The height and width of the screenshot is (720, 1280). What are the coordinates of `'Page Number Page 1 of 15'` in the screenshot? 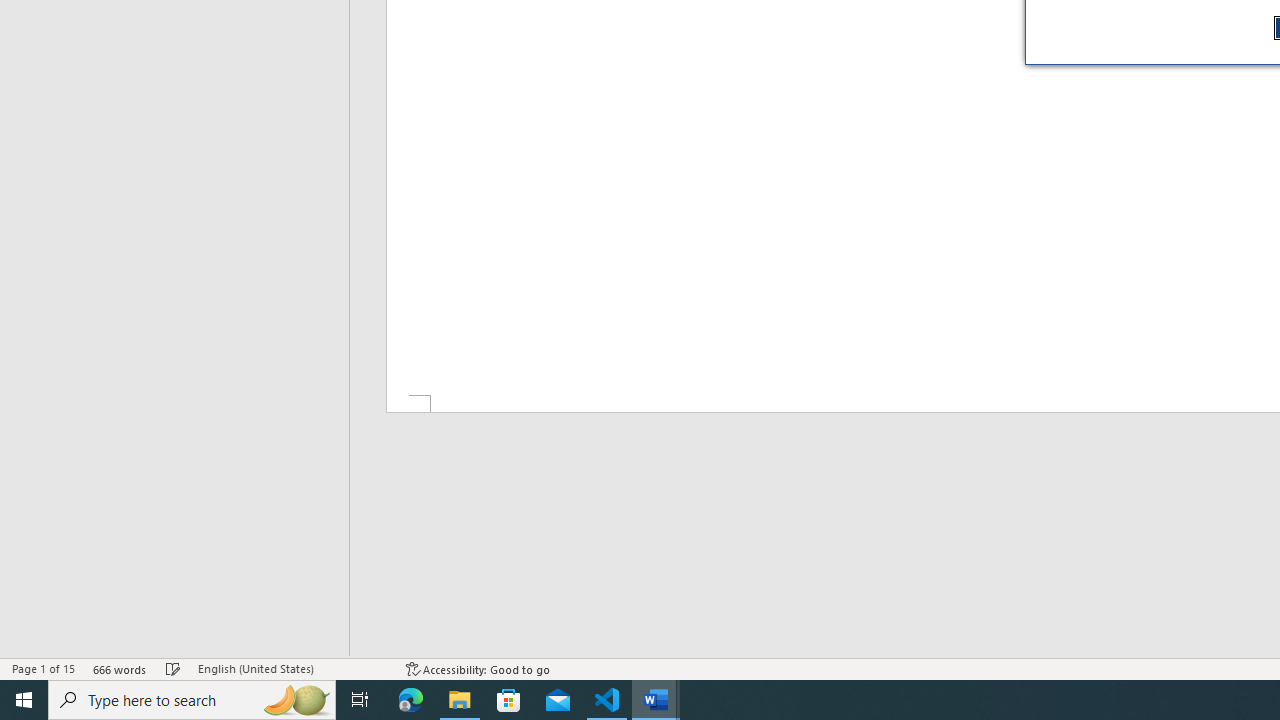 It's located at (43, 669).